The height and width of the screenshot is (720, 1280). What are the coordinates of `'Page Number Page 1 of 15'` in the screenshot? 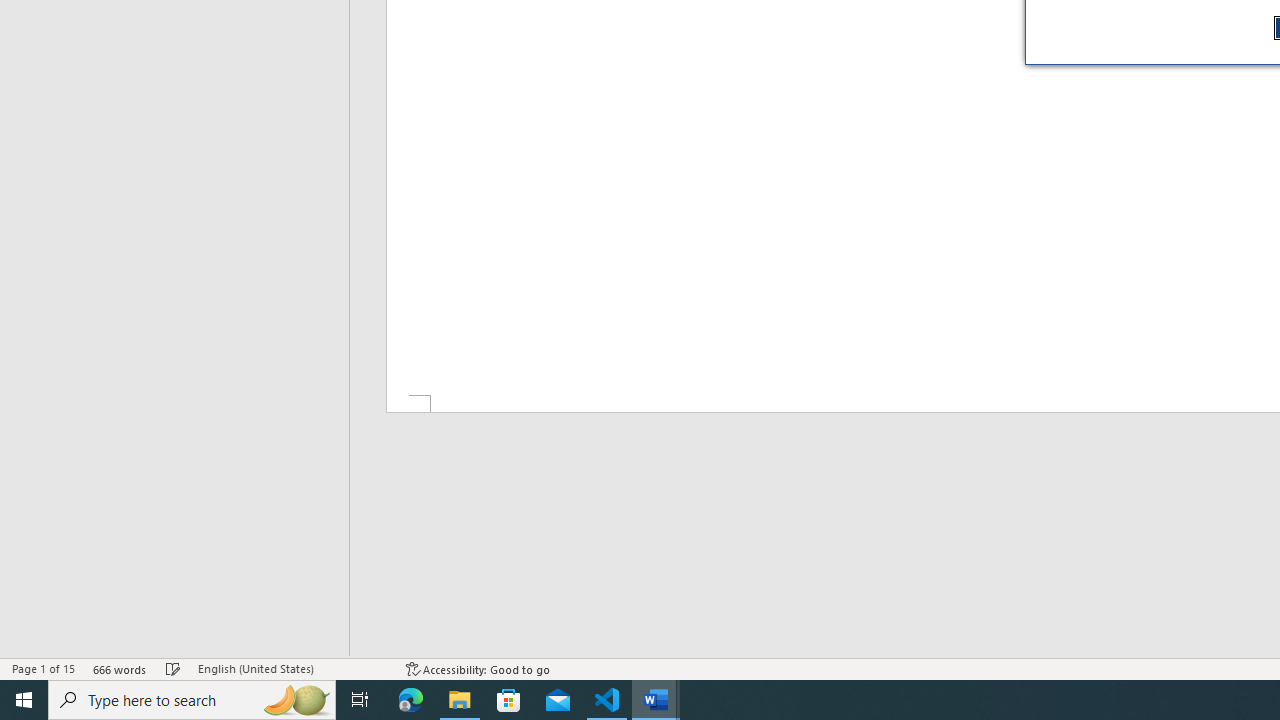 It's located at (43, 669).